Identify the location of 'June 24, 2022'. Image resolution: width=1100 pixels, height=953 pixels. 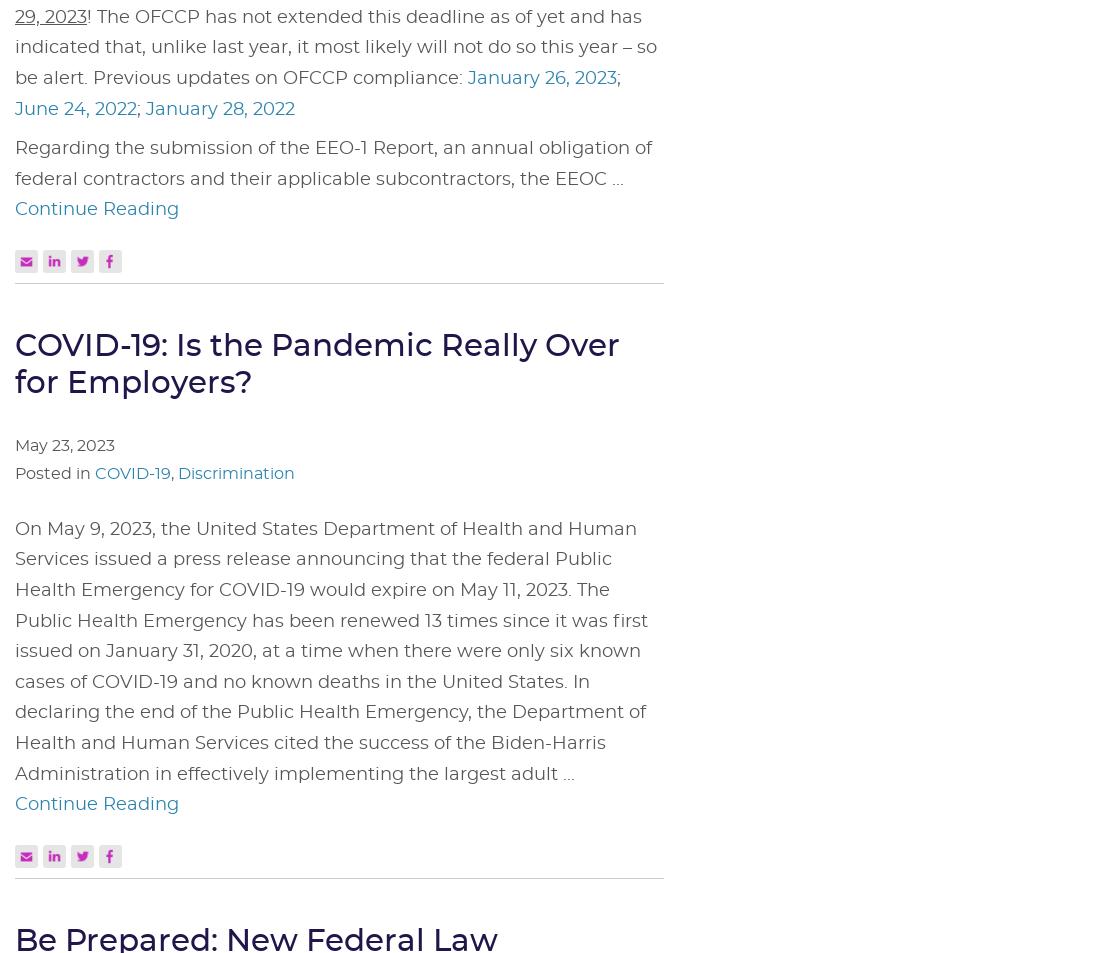
(76, 108).